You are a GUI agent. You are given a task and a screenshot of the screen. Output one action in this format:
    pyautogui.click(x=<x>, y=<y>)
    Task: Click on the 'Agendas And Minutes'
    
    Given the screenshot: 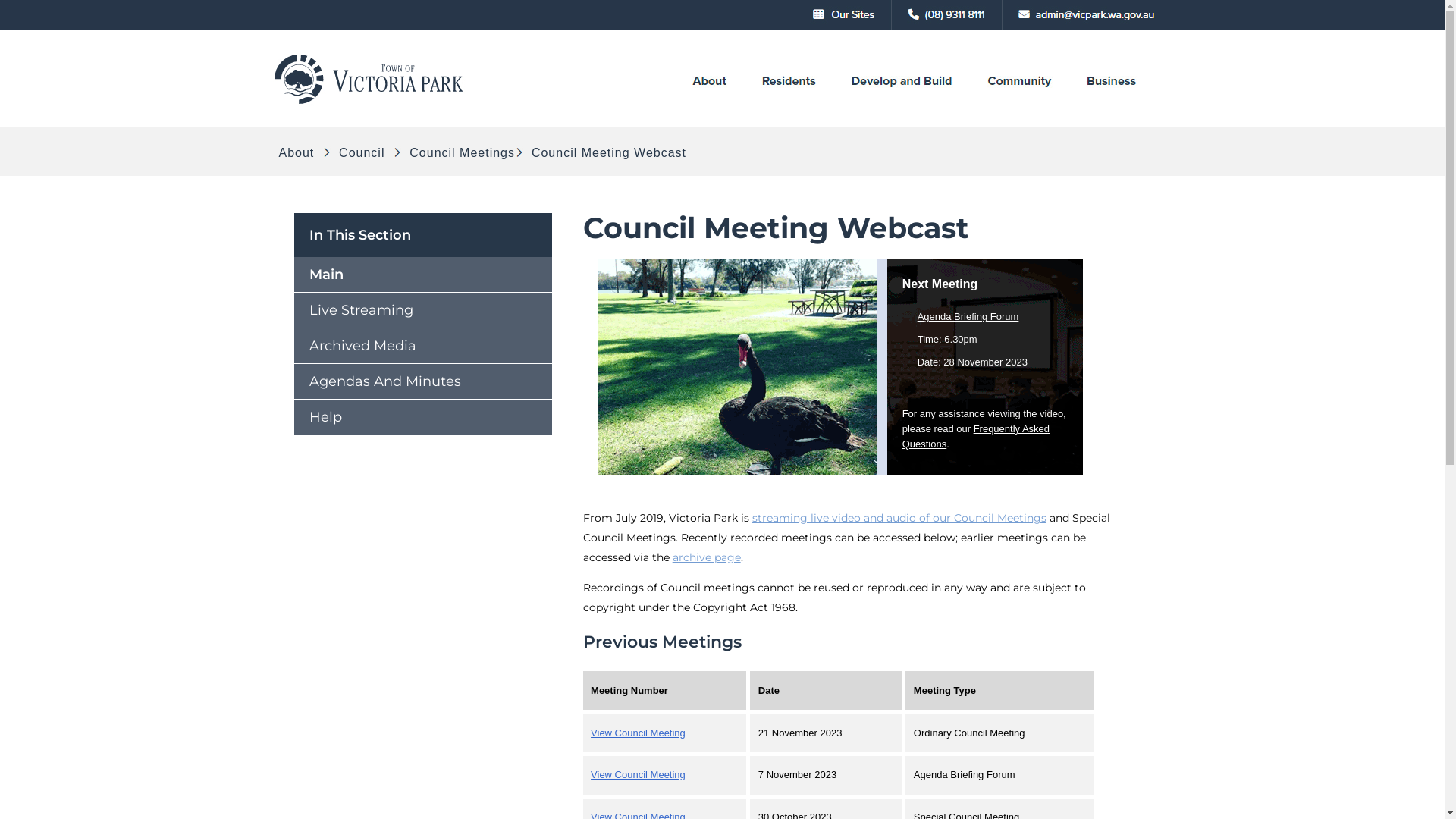 What is the action you would take?
    pyautogui.click(x=422, y=380)
    